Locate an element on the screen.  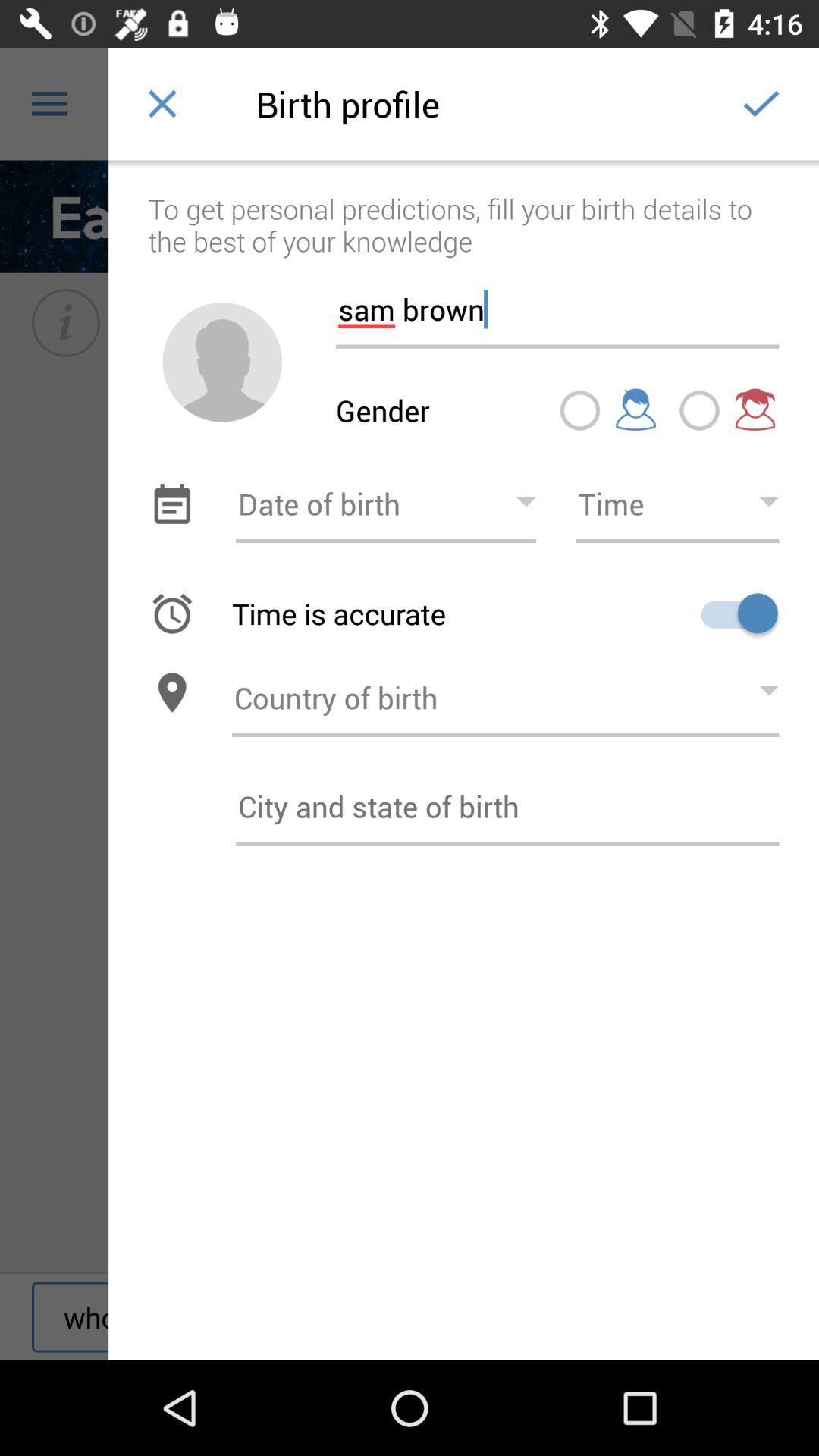
profile information is located at coordinates (507, 805).